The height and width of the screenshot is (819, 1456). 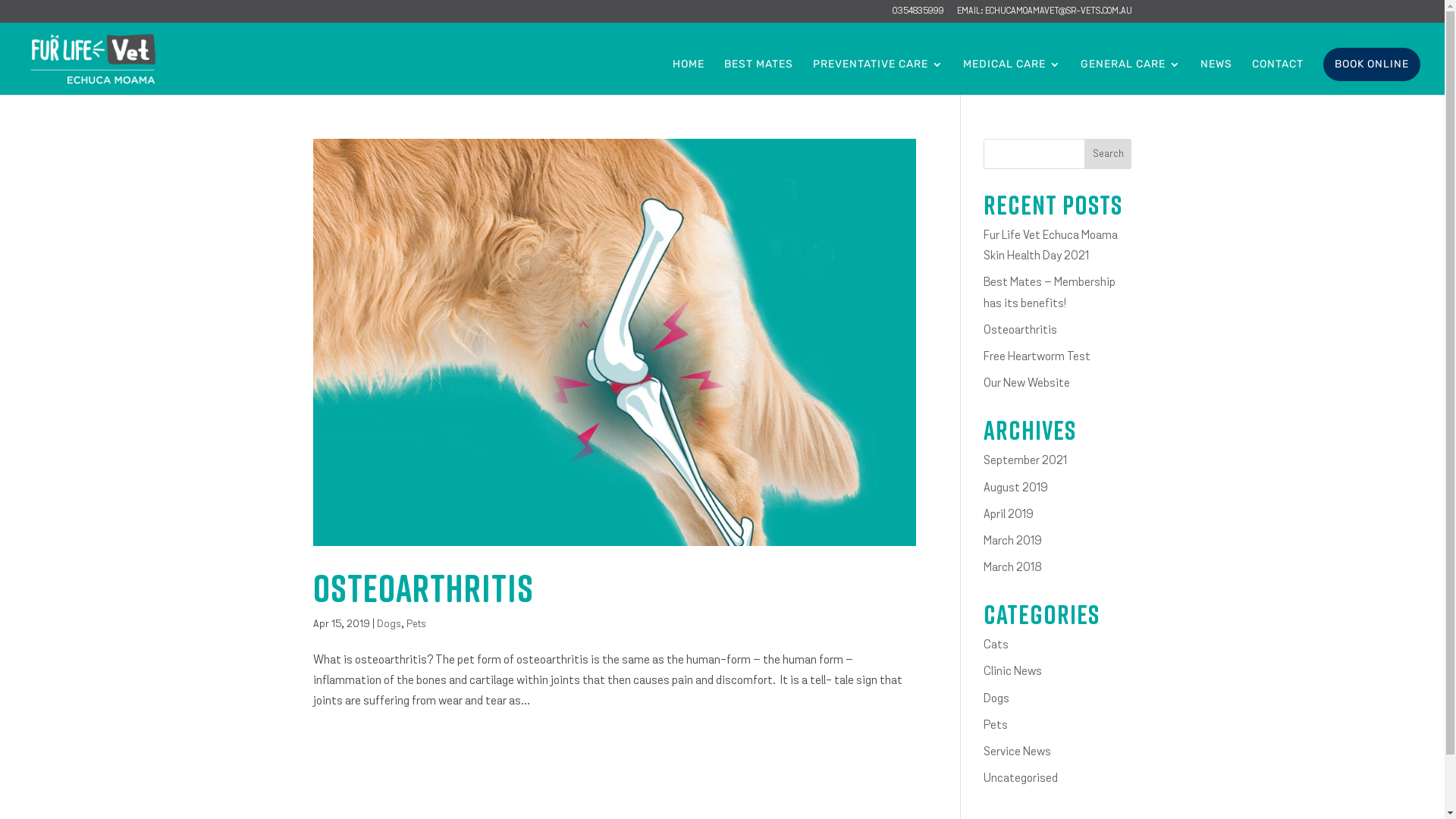 I want to click on '03 5483 5999', so click(x=916, y=14).